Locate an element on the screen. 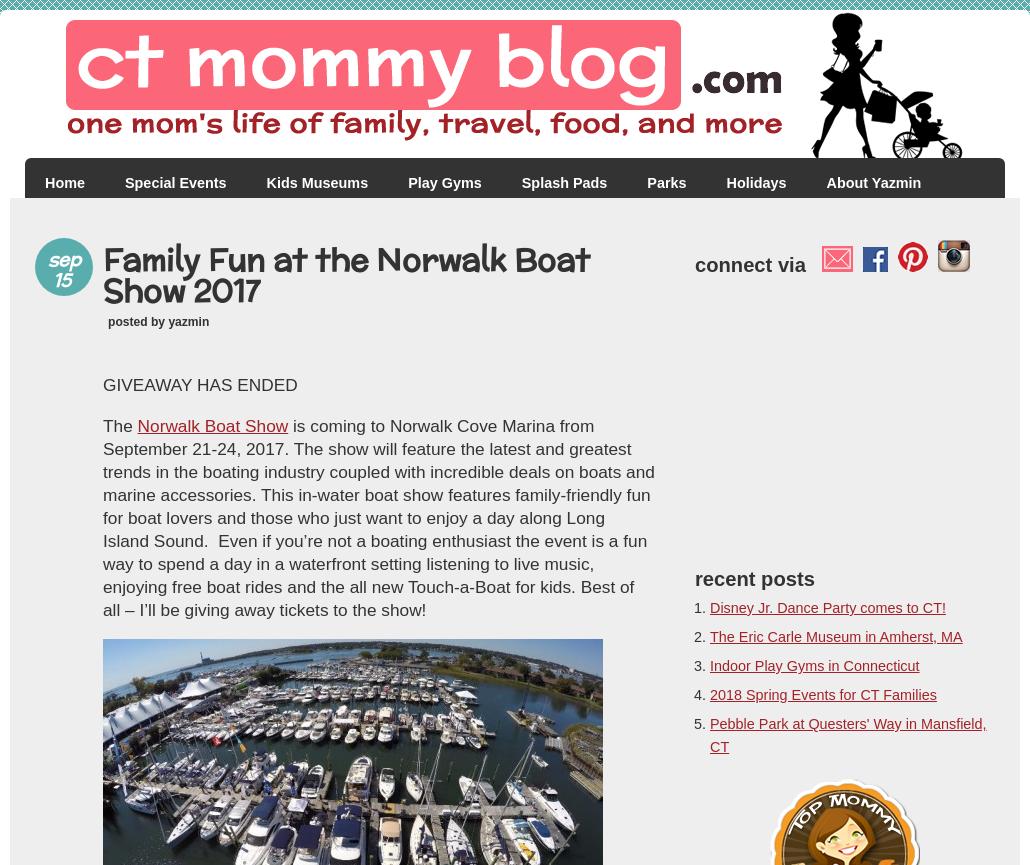 The image size is (1030, 865). 'Sep' is located at coordinates (63, 258).